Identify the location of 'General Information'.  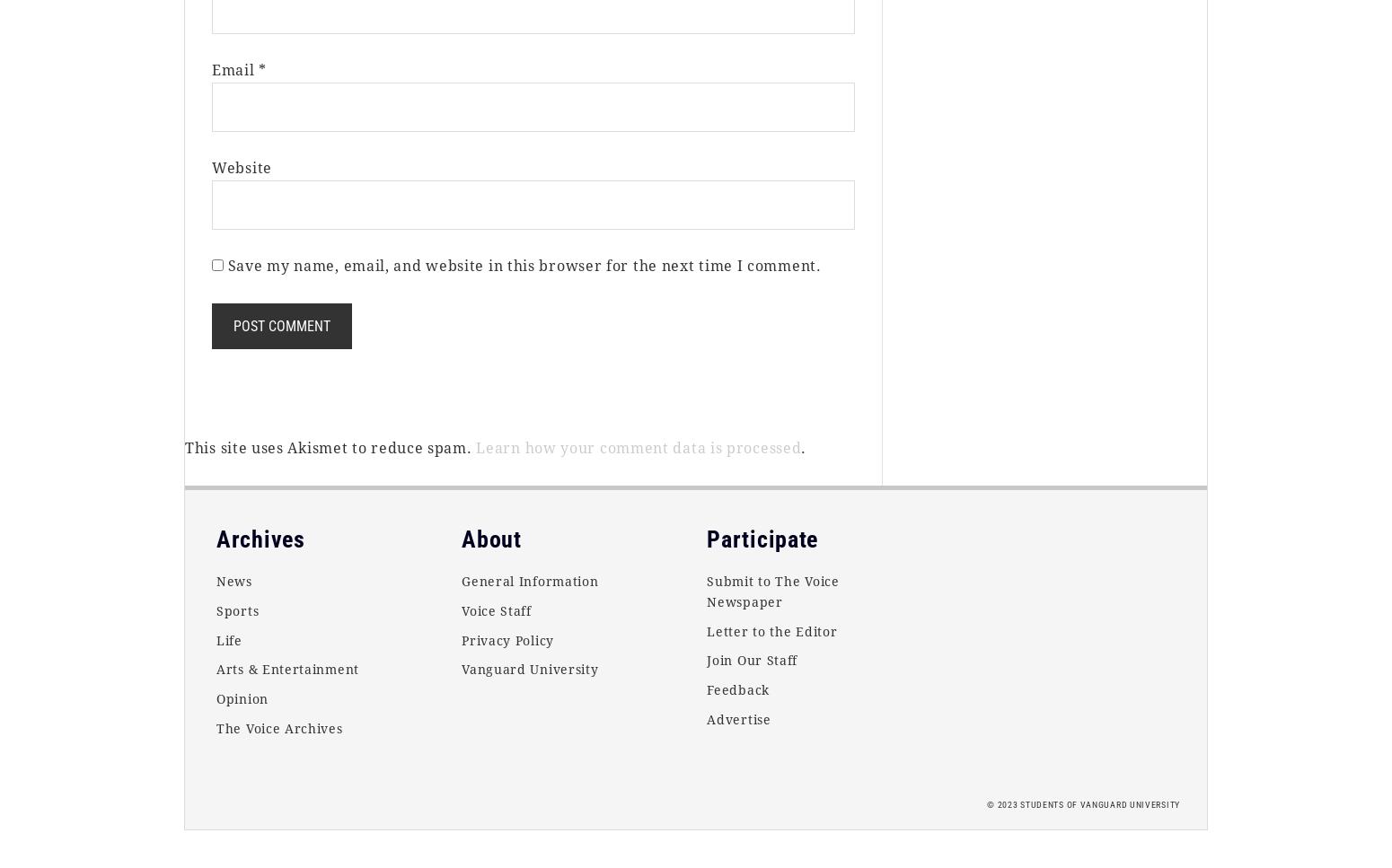
(529, 580).